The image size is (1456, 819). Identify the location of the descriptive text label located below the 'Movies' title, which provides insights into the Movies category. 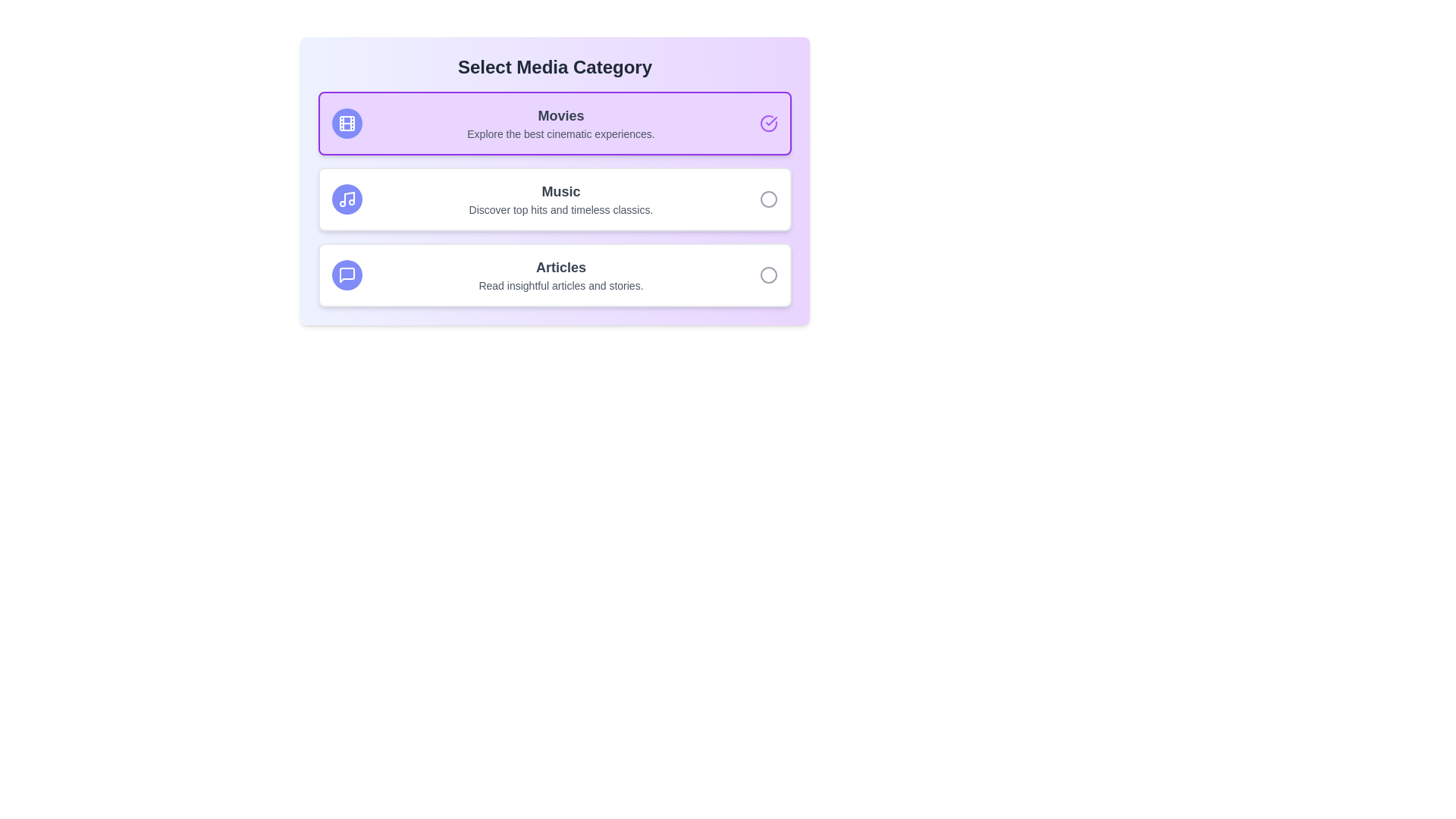
(560, 133).